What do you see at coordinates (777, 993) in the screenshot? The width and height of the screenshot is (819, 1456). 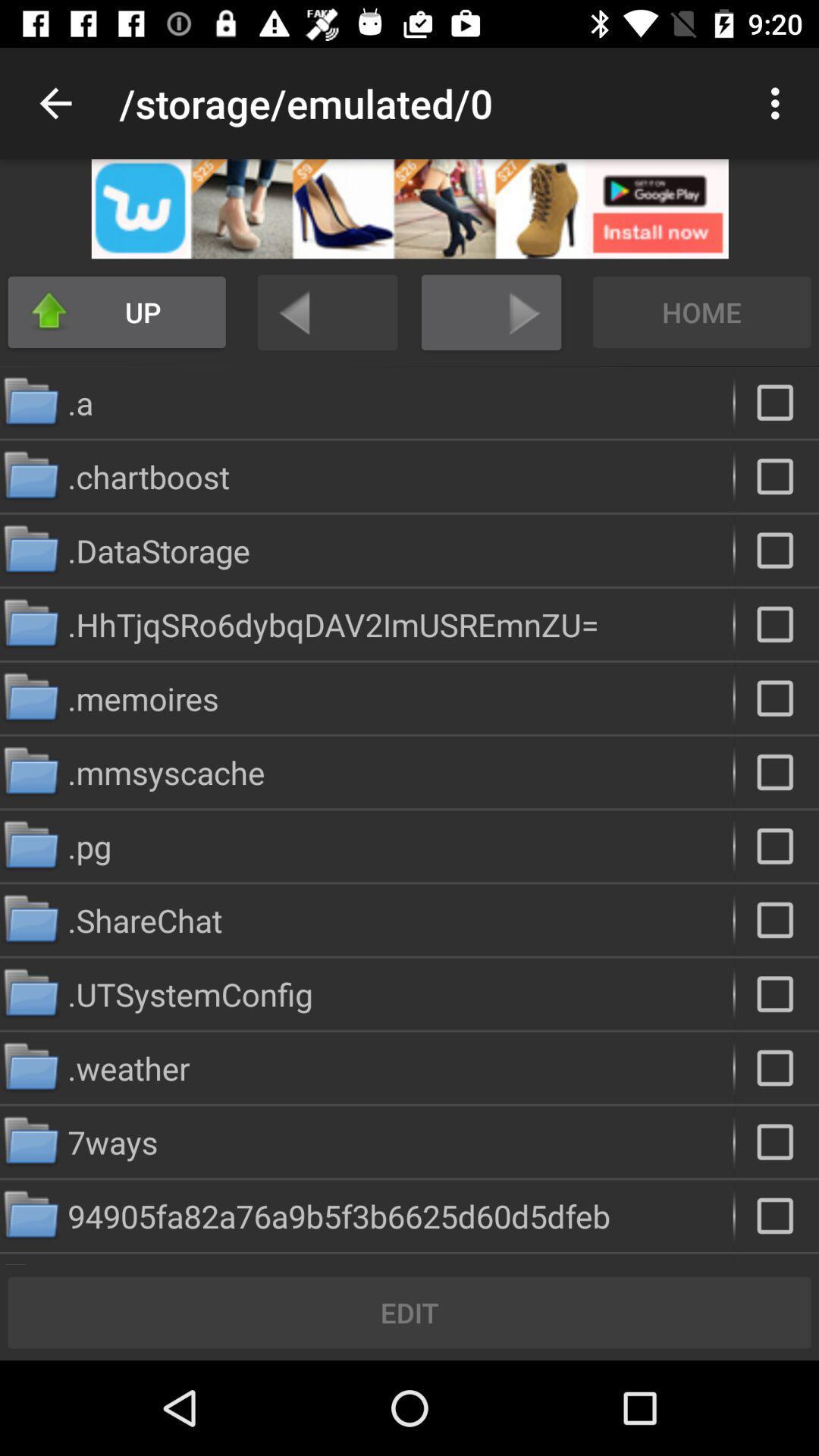 I see `mark/unmark` at bounding box center [777, 993].